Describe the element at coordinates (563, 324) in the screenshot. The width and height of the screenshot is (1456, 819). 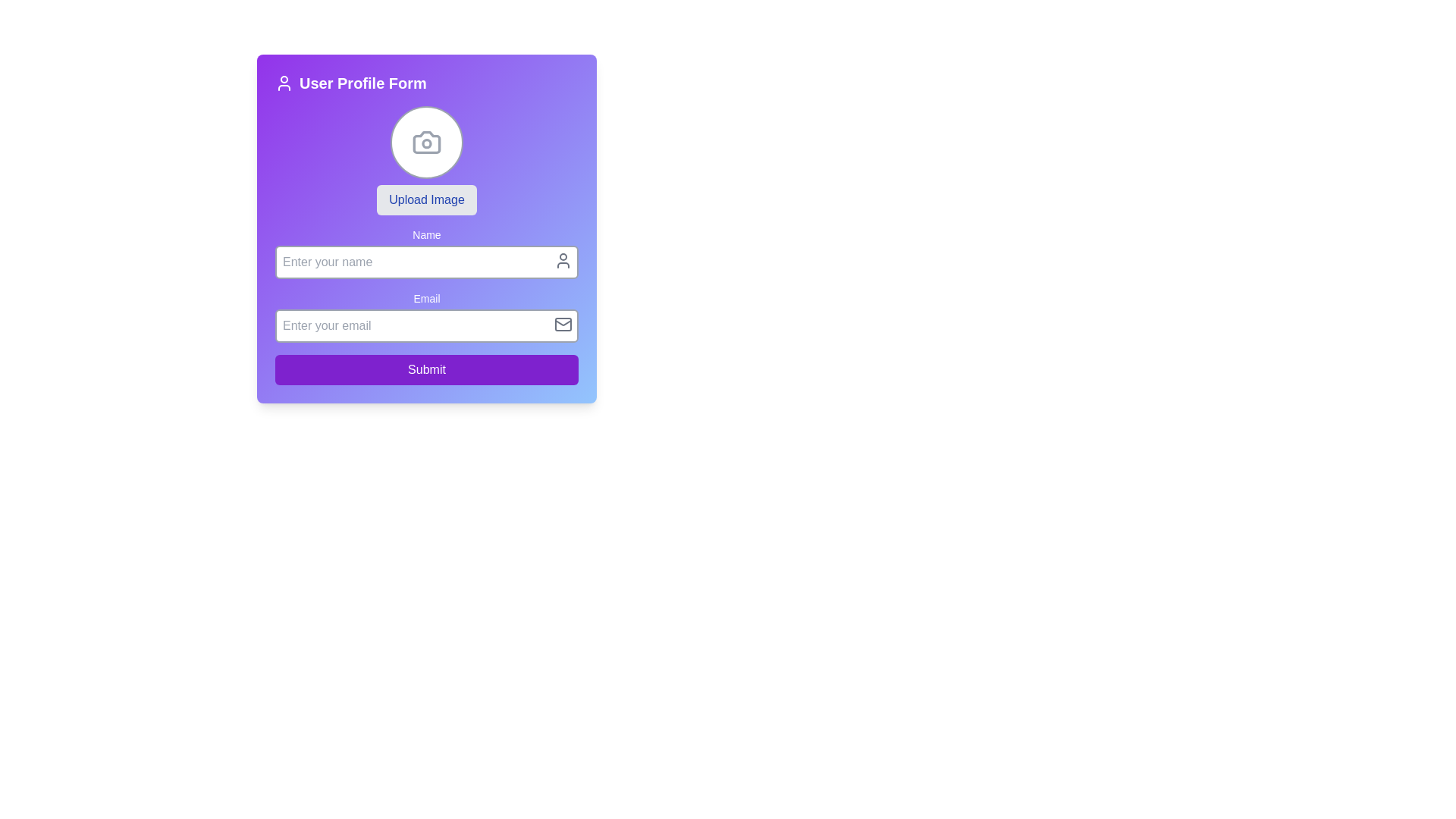
I see `the minimalist gray mail icon, which is styled with rounded edges and positioned to the right of the email input field` at that location.